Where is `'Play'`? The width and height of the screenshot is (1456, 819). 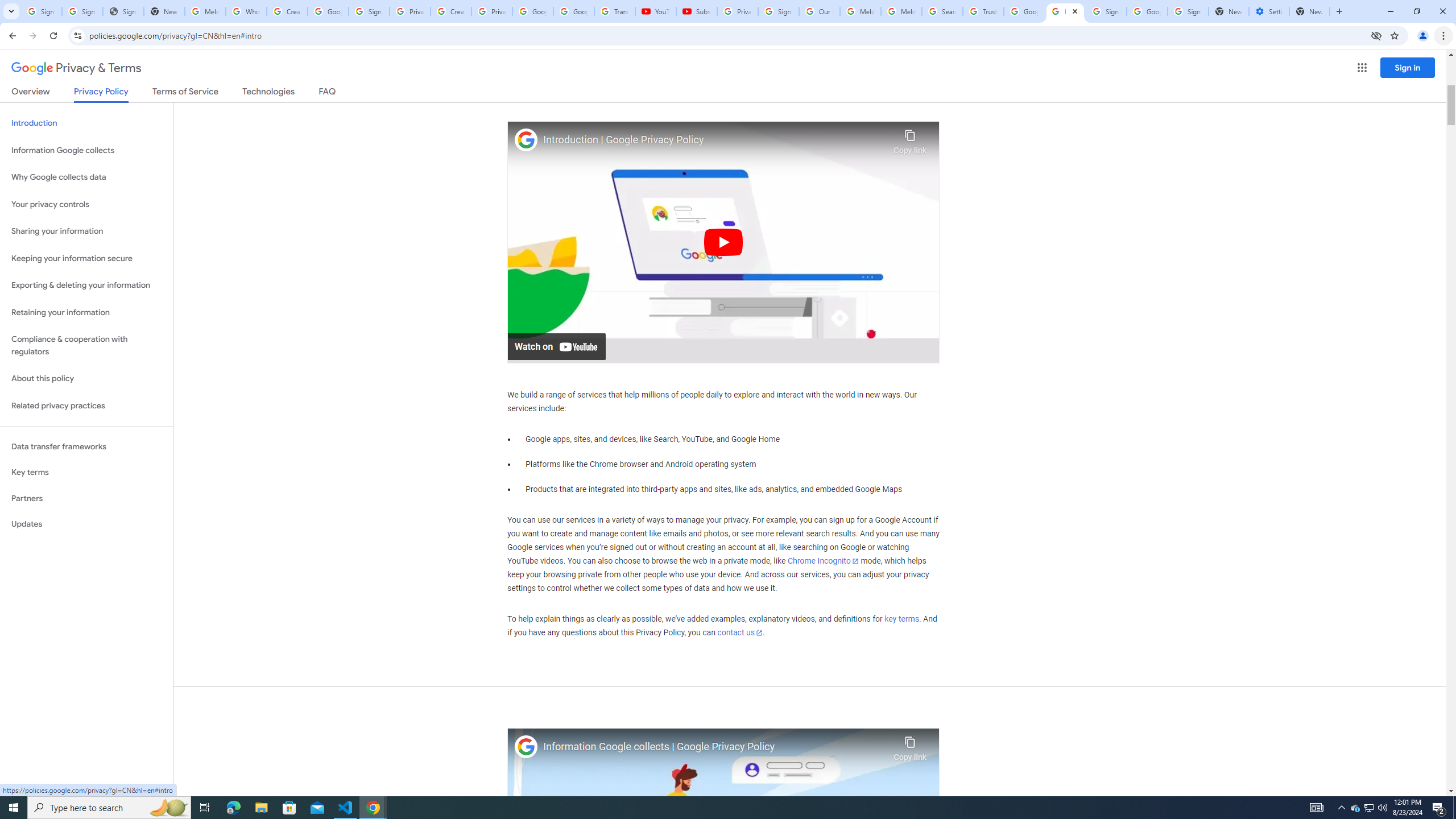 'Play' is located at coordinates (723, 241).